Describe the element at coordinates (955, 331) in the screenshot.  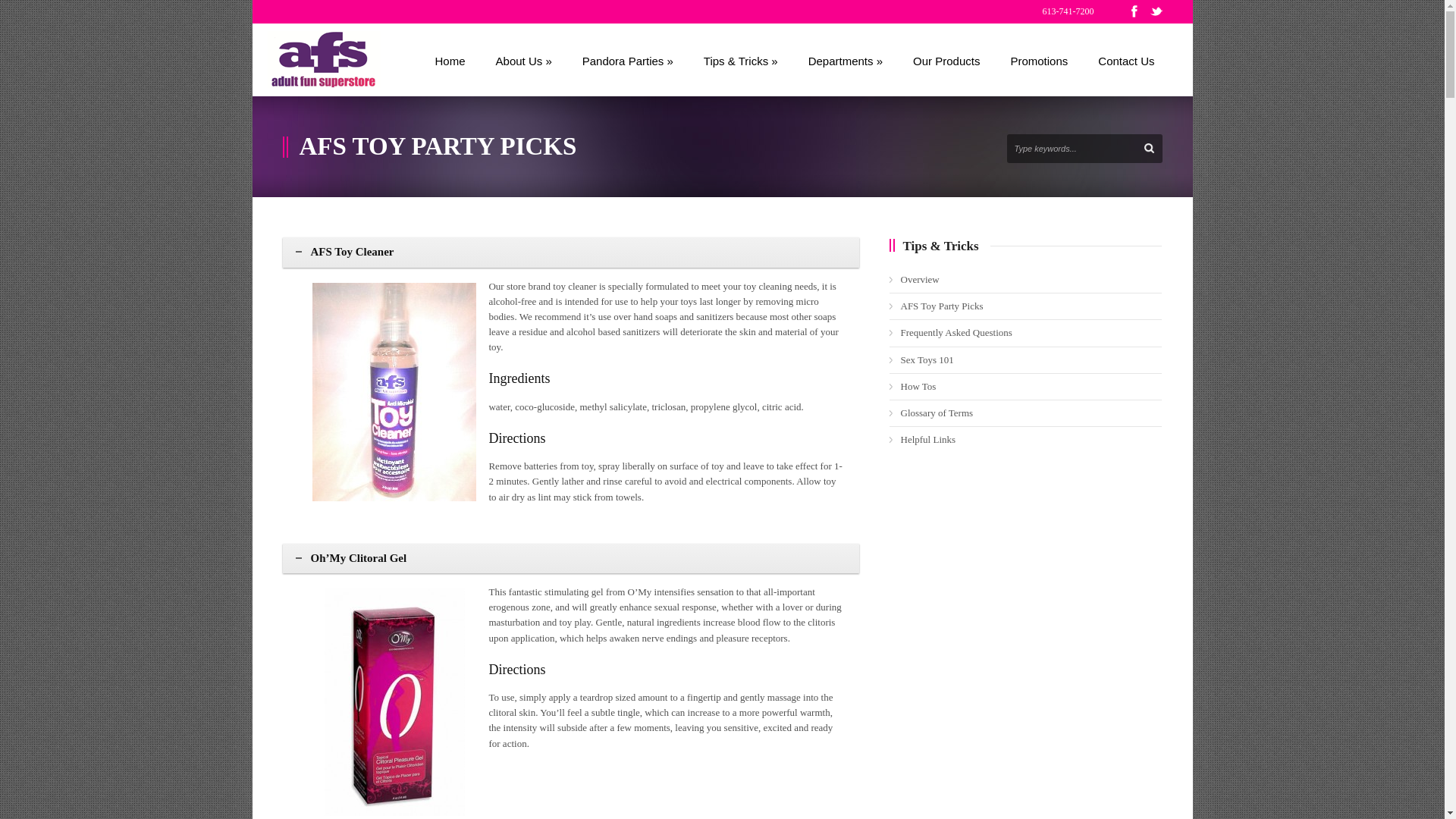
I see `'Frequently Asked Questions'` at that location.